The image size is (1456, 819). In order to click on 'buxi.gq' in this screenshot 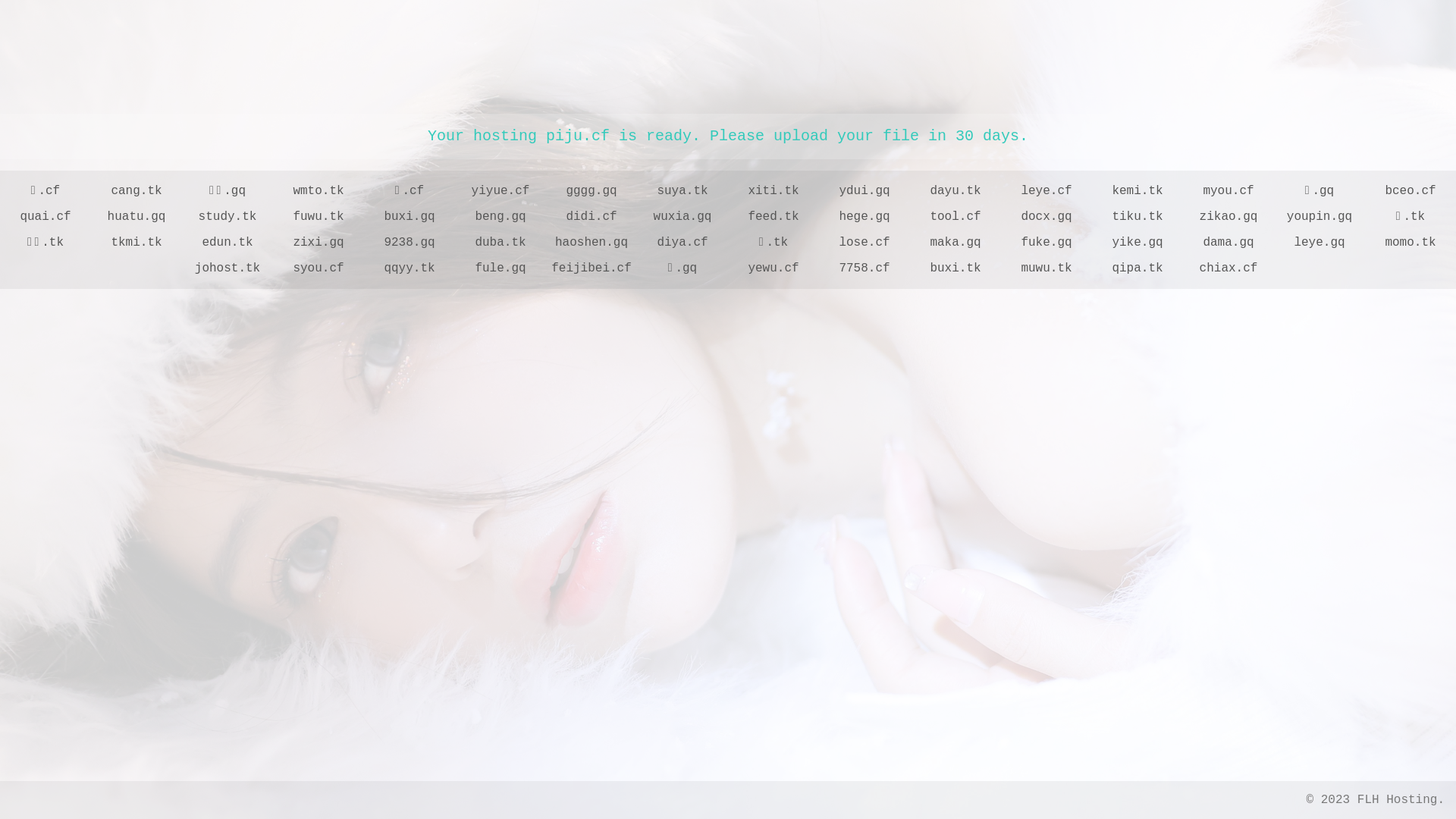, I will do `click(409, 216)`.